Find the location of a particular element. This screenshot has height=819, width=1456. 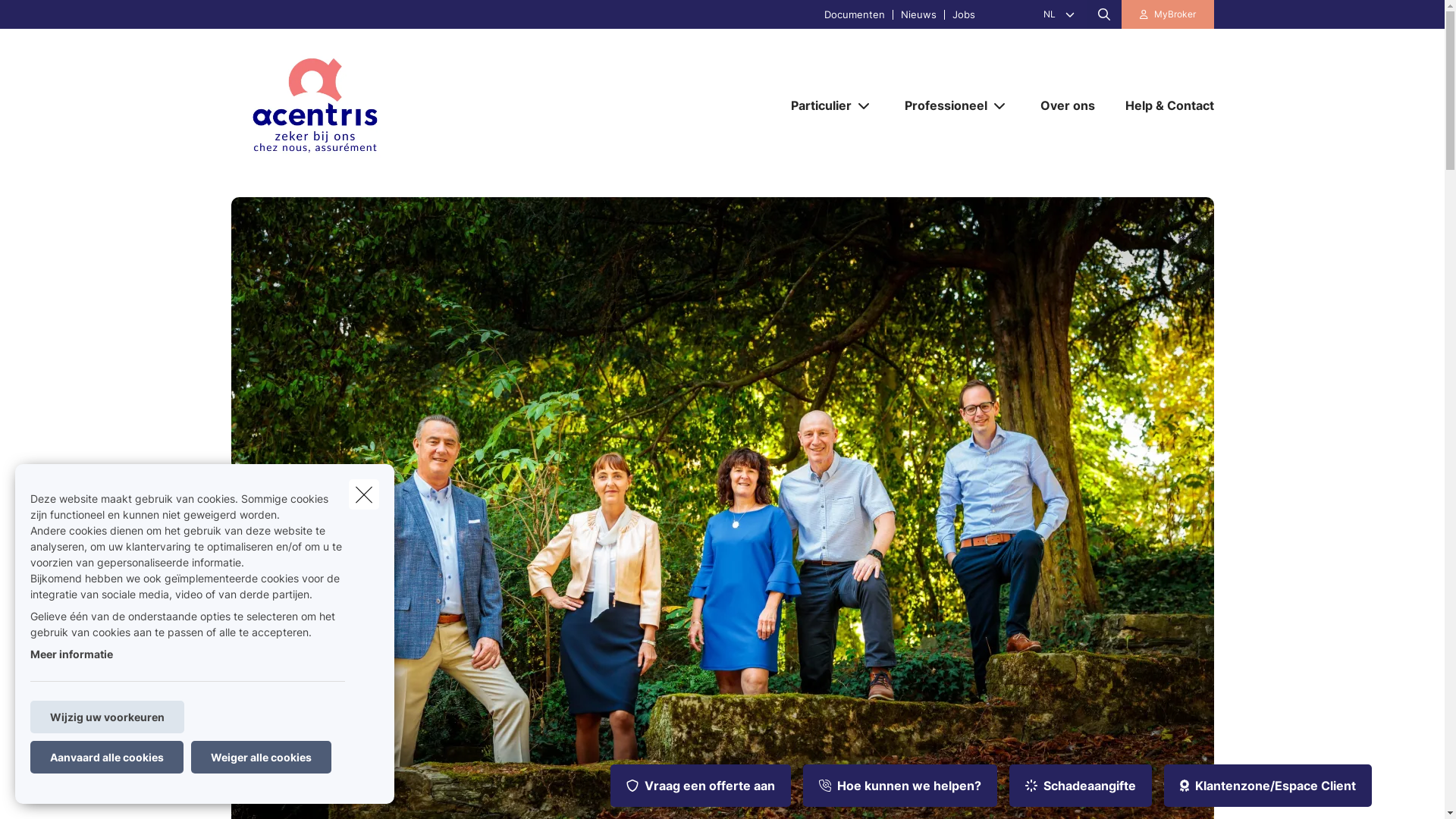

'Professioneel' is located at coordinates (938, 104).